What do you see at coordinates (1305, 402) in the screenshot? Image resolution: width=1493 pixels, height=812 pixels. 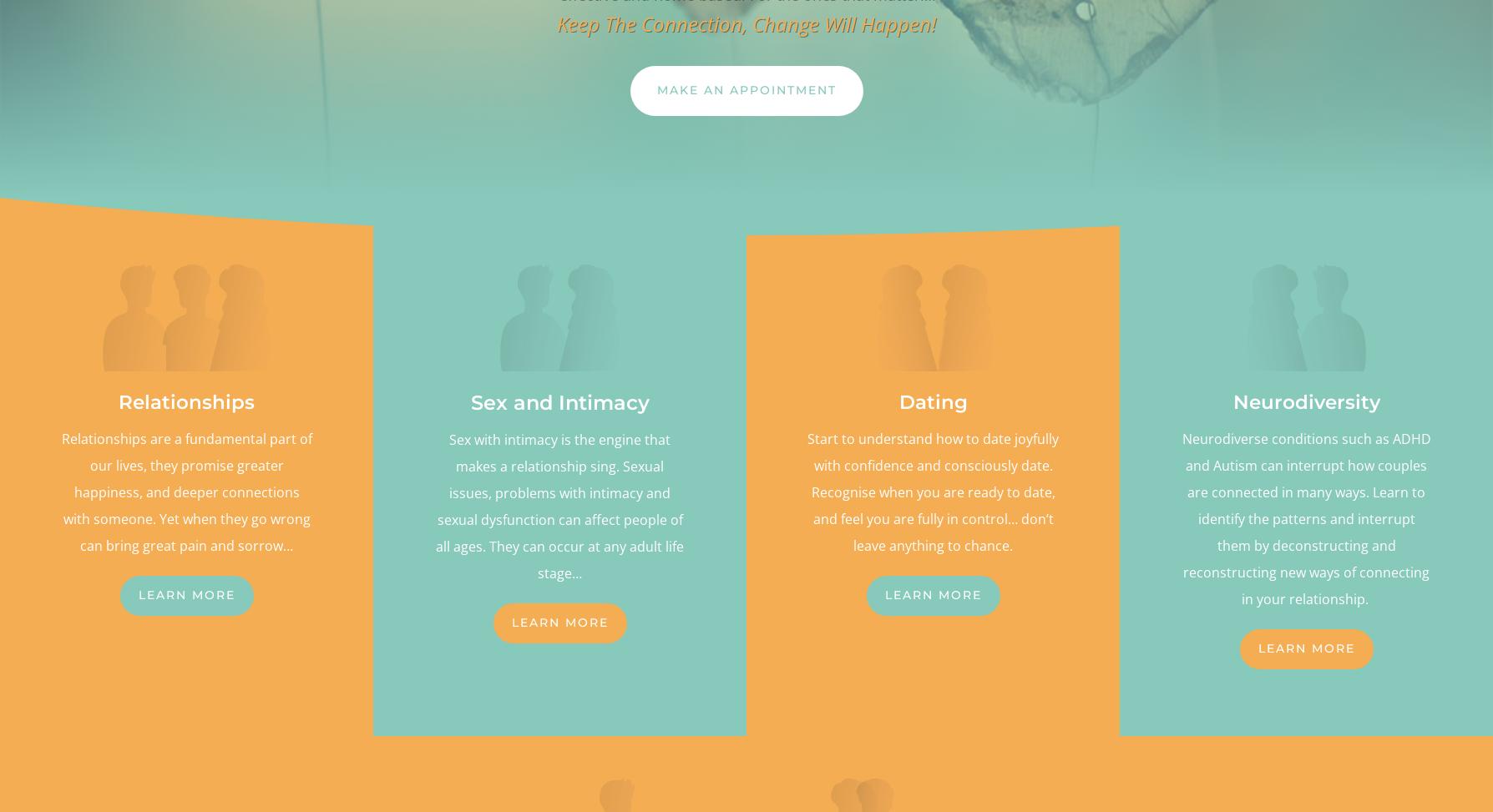 I see `'Neurodiversity'` at bounding box center [1305, 402].